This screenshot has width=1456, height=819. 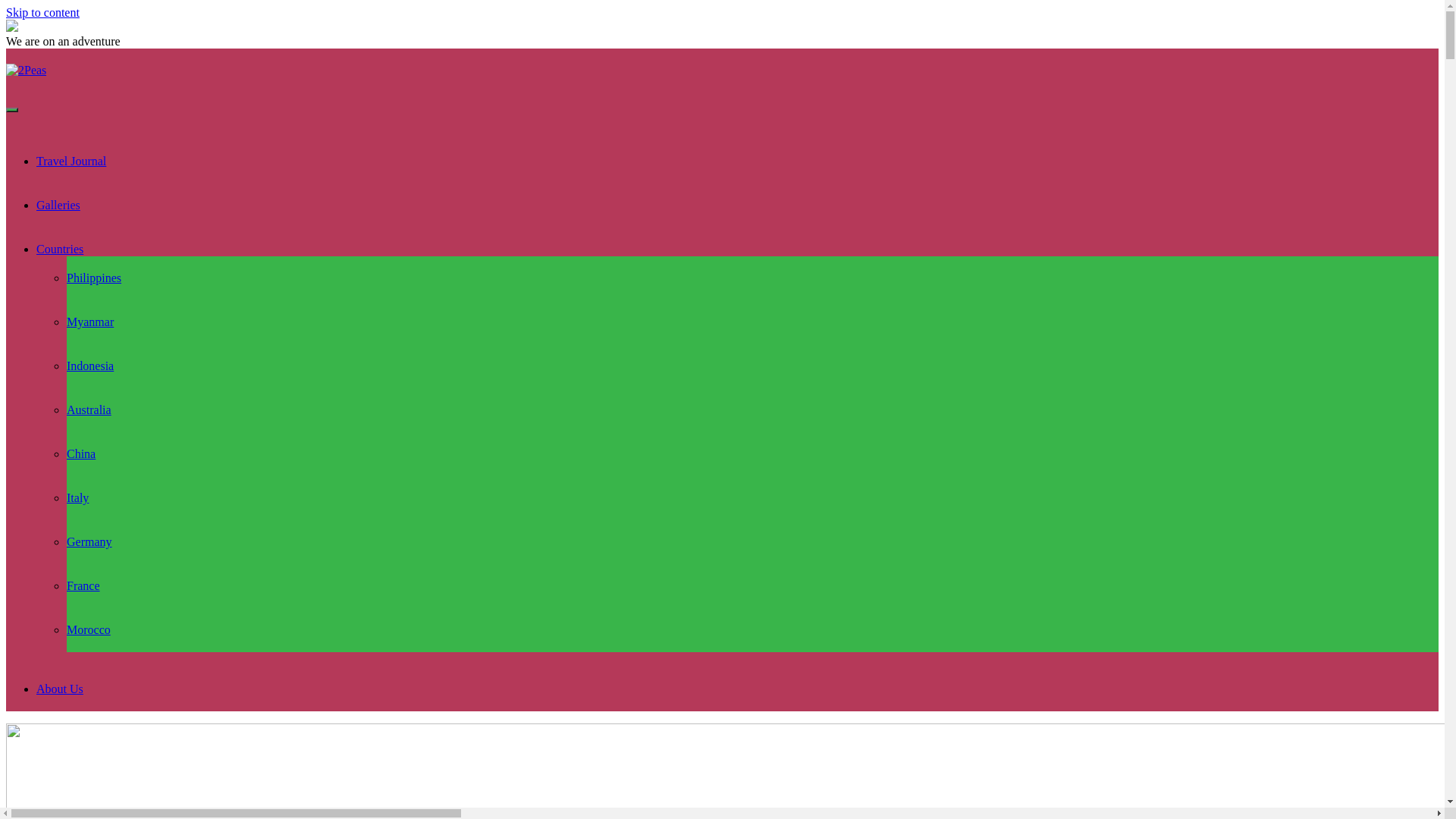 What do you see at coordinates (71, 161) in the screenshot?
I see `'Travel Journal'` at bounding box center [71, 161].